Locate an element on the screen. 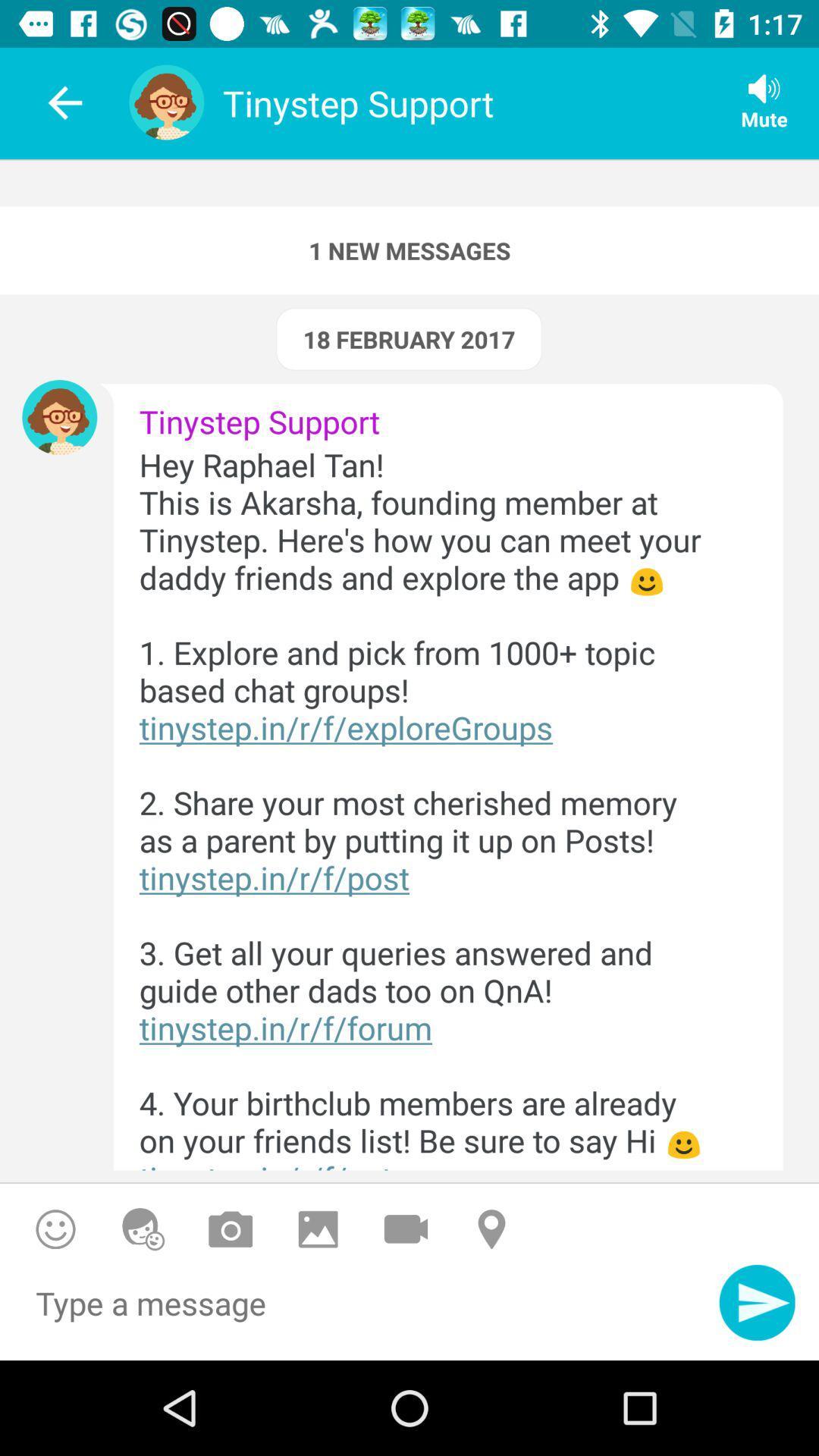 The width and height of the screenshot is (819, 1456). message is located at coordinates (359, 1310).